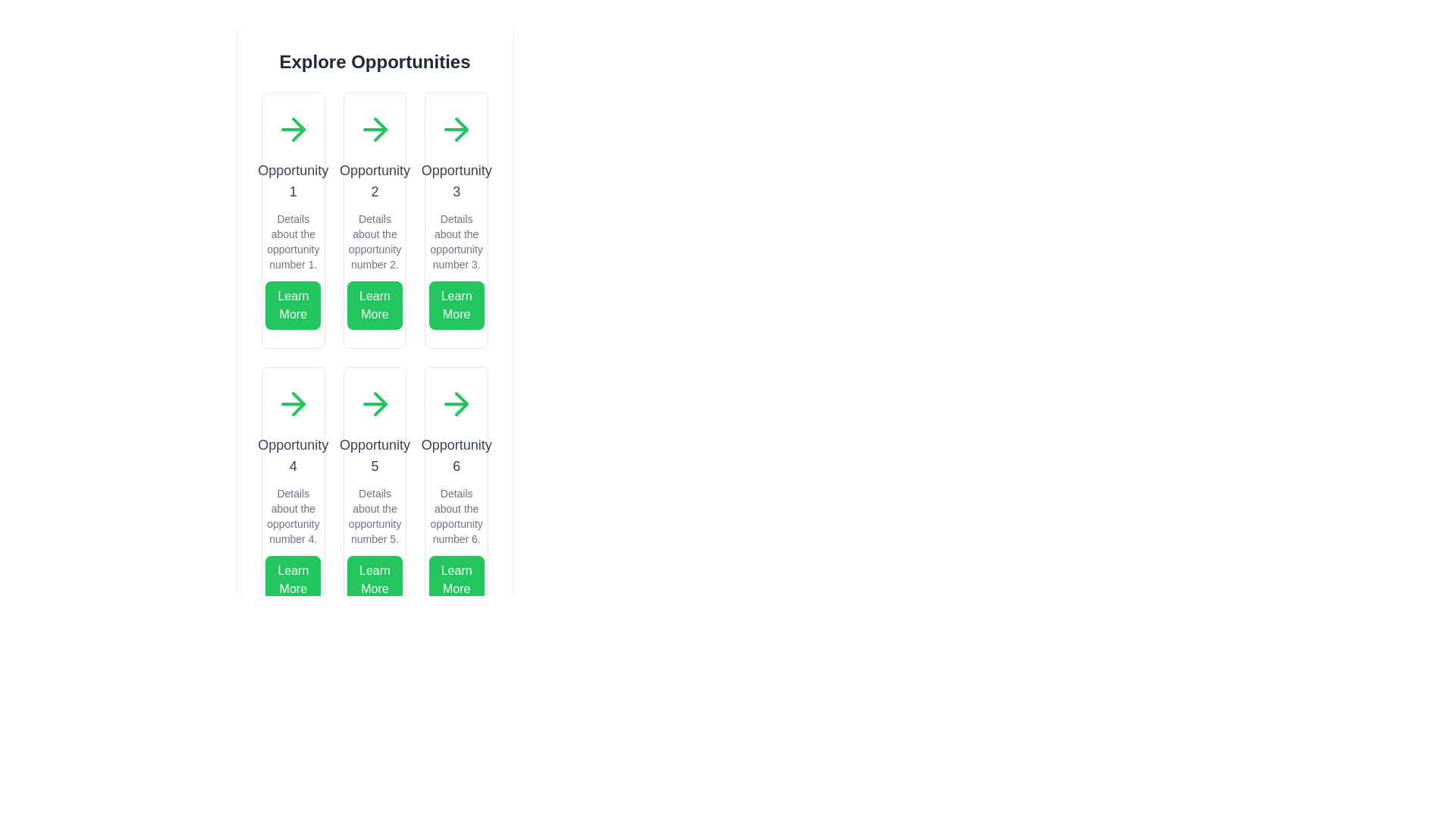 This screenshot has height=819, width=1456. I want to click on the forward arrow icon located at the top of the 'Opportunity 4' card, so click(293, 403).